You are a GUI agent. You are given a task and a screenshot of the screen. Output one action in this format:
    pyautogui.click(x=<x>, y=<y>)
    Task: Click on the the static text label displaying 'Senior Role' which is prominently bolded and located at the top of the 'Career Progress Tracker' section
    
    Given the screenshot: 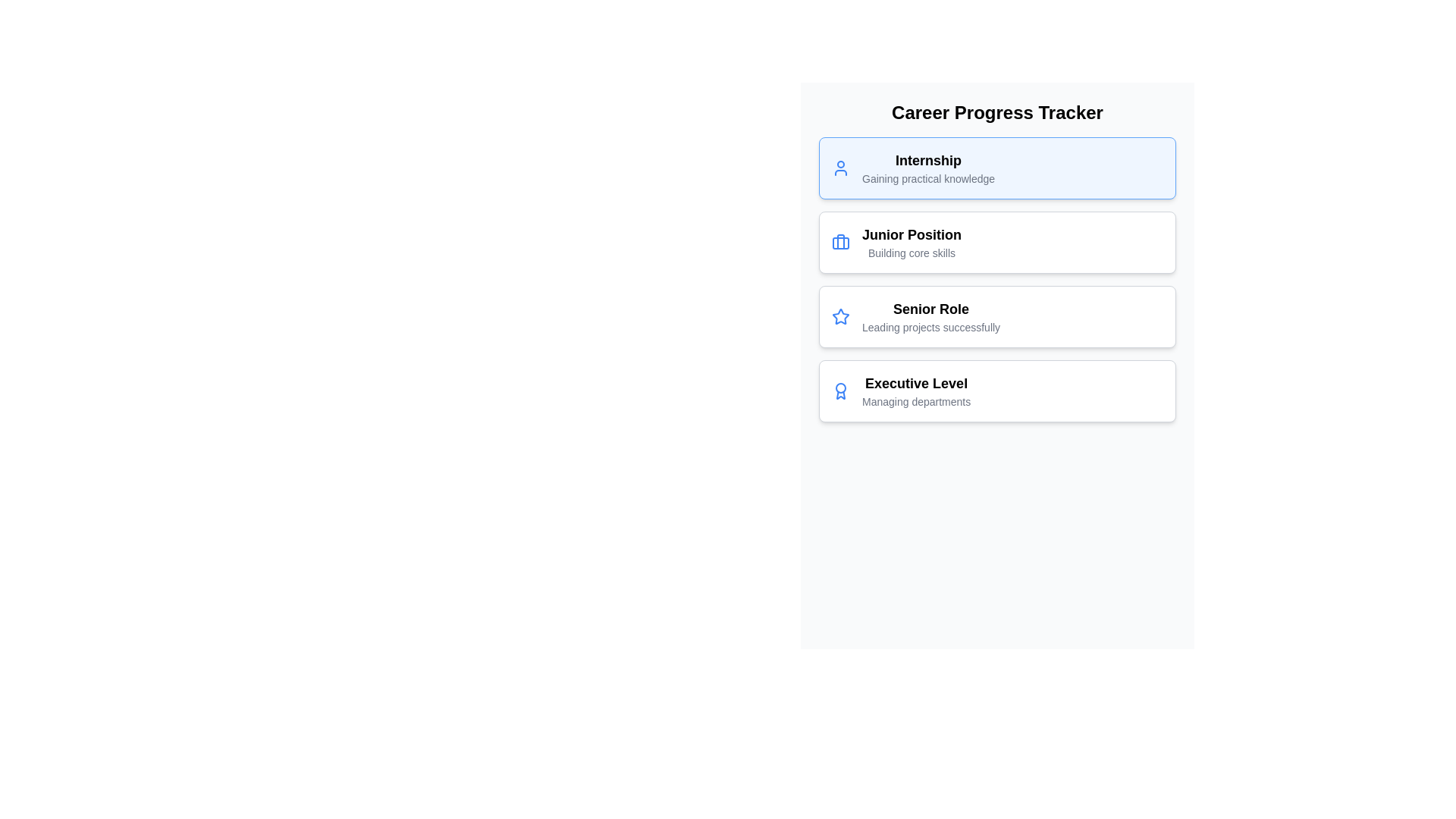 What is the action you would take?
    pyautogui.click(x=930, y=309)
    